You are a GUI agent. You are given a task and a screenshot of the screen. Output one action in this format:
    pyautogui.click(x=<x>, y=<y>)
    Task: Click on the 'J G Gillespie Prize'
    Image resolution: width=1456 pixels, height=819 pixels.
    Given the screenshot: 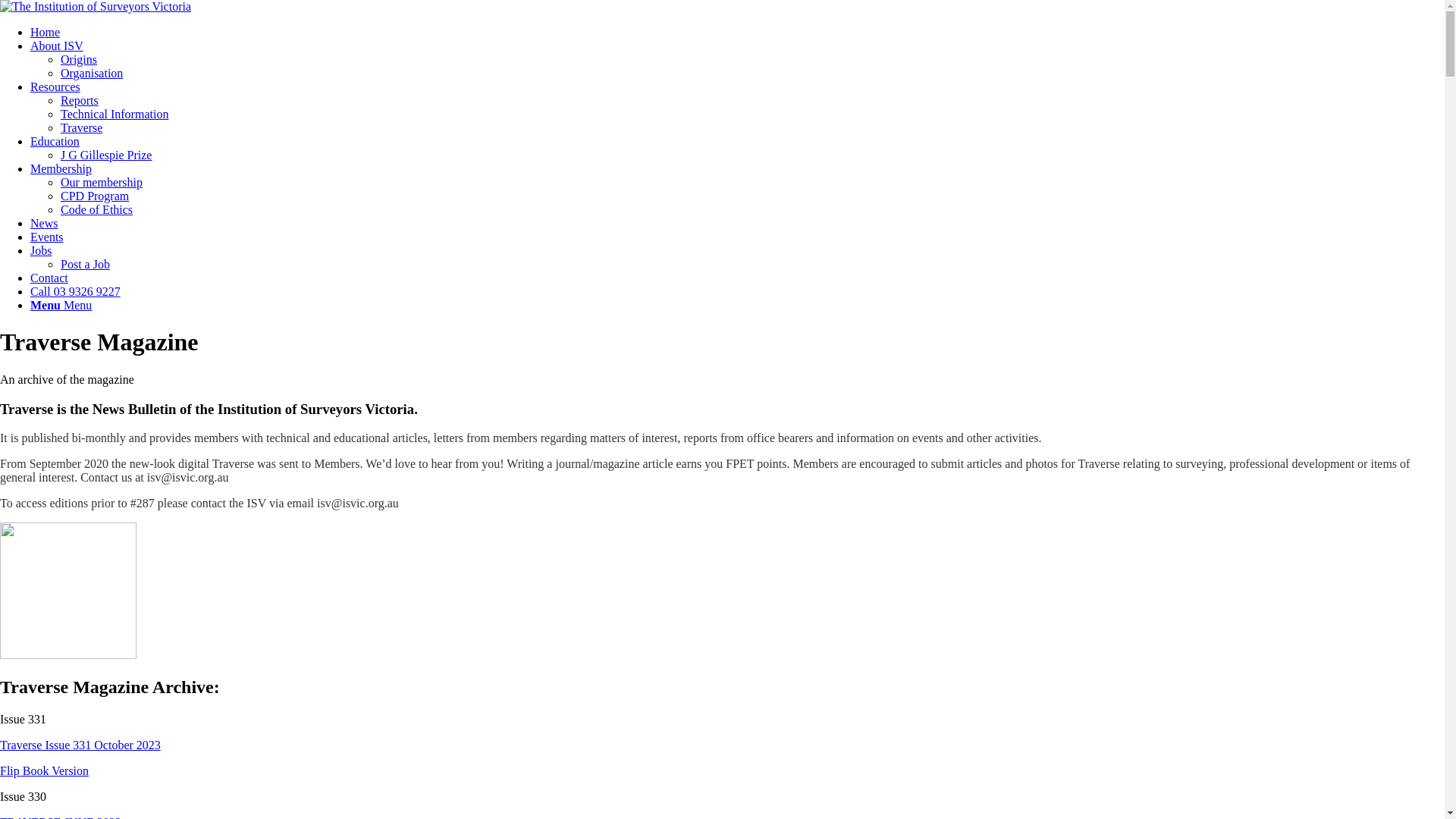 What is the action you would take?
    pyautogui.click(x=105, y=155)
    